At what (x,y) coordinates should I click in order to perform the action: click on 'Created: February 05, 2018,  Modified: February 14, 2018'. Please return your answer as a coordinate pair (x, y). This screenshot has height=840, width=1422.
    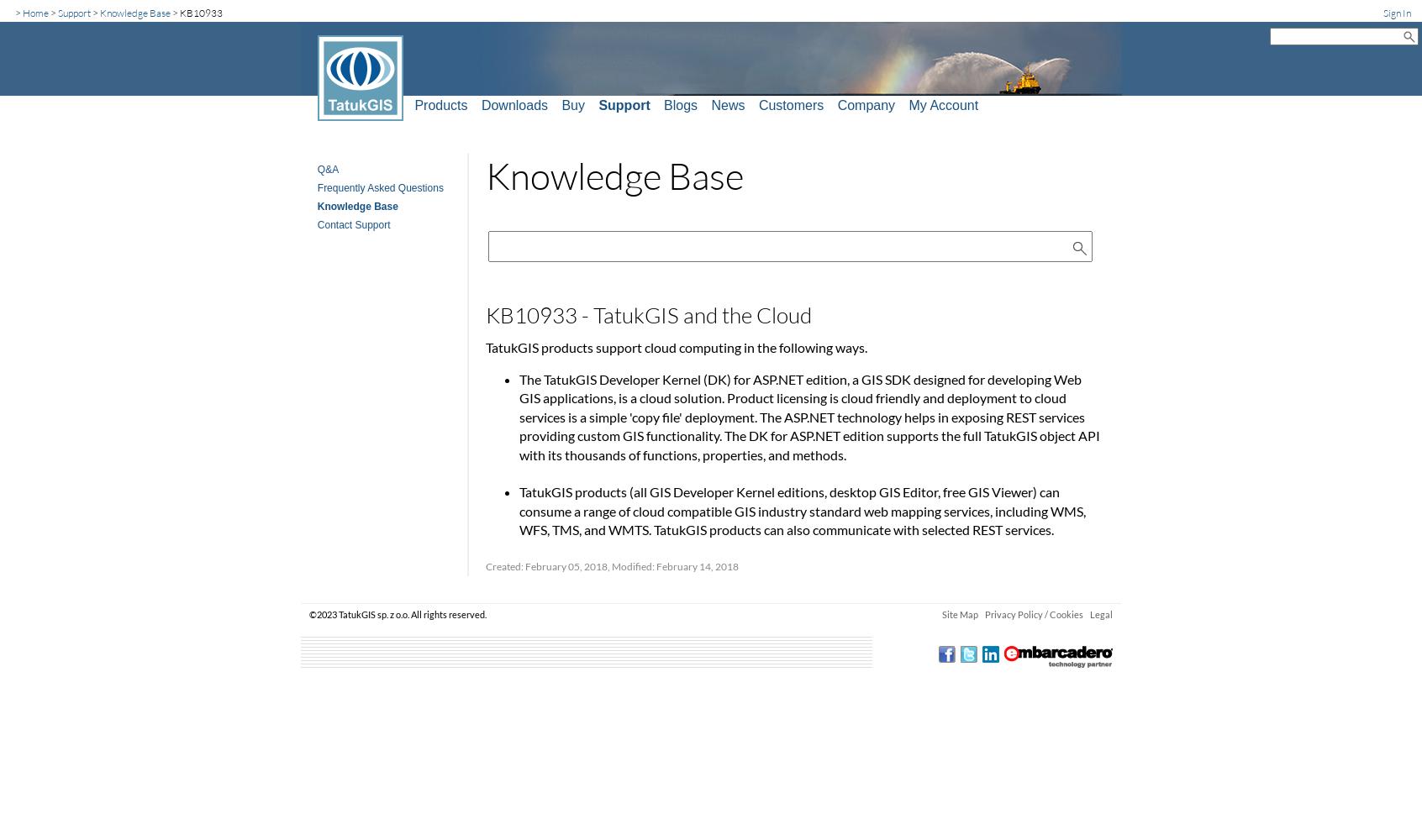
    Looking at the image, I should click on (611, 566).